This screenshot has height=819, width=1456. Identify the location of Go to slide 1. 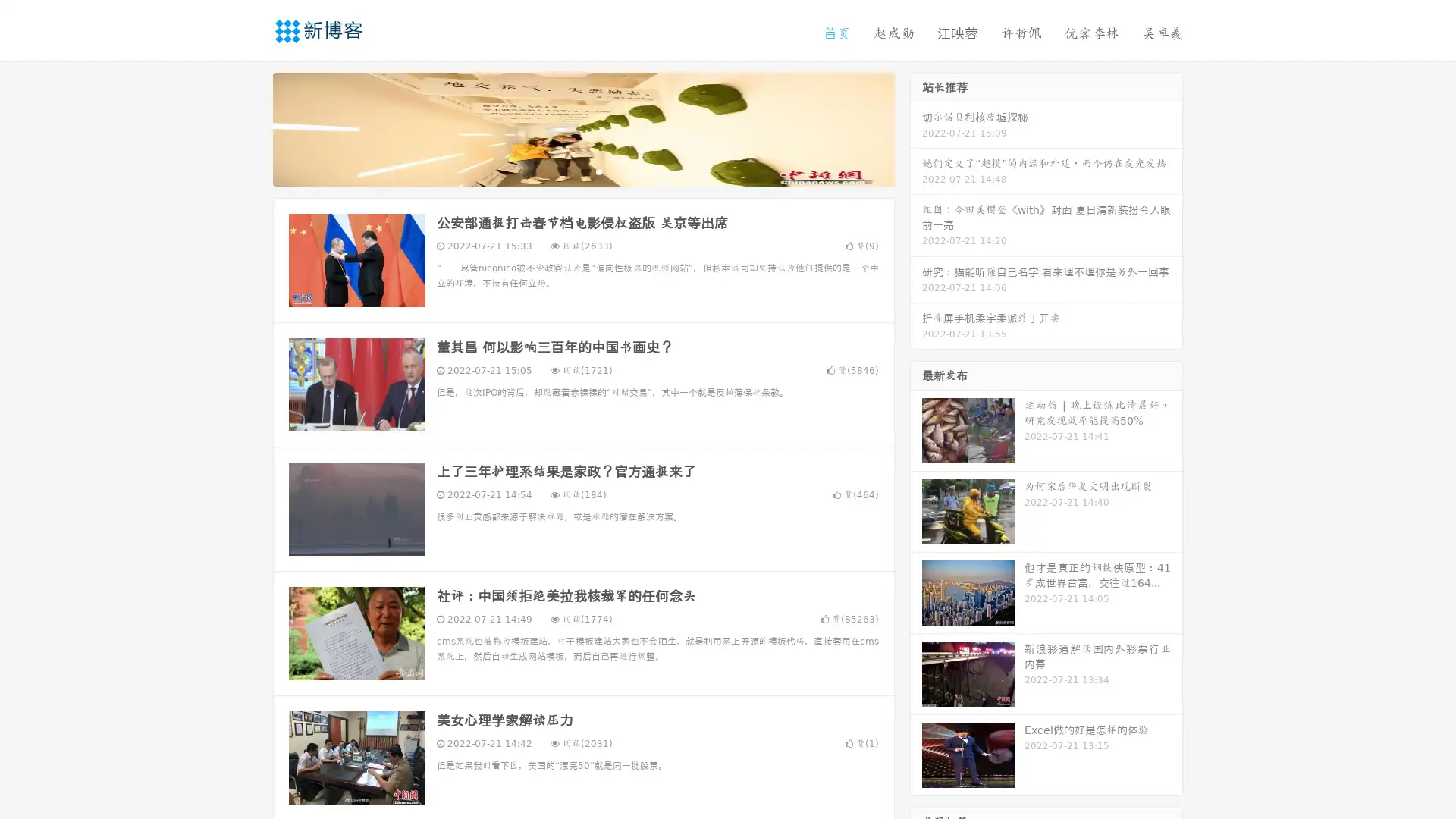
(567, 171).